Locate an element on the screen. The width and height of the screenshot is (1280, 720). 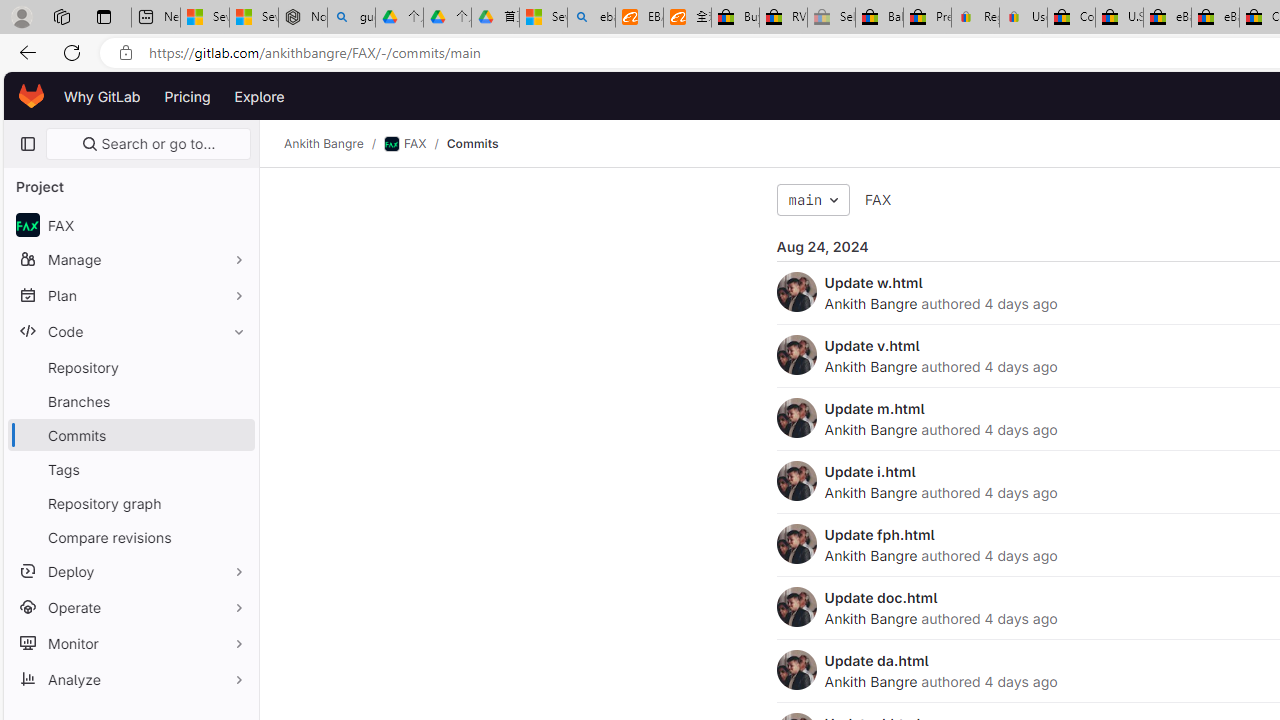
'Ankith Bangre' is located at coordinates (795, 669).